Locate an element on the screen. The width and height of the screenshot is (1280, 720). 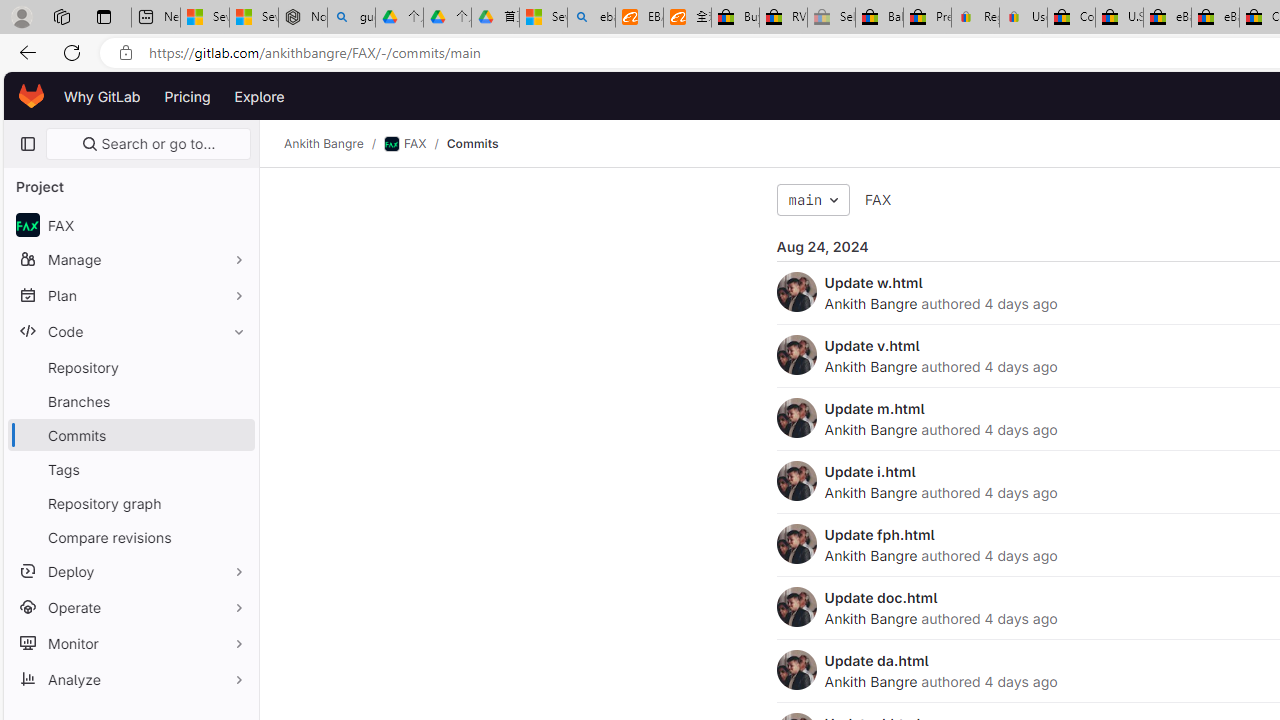
'Ankith Bangre' is located at coordinates (795, 669).